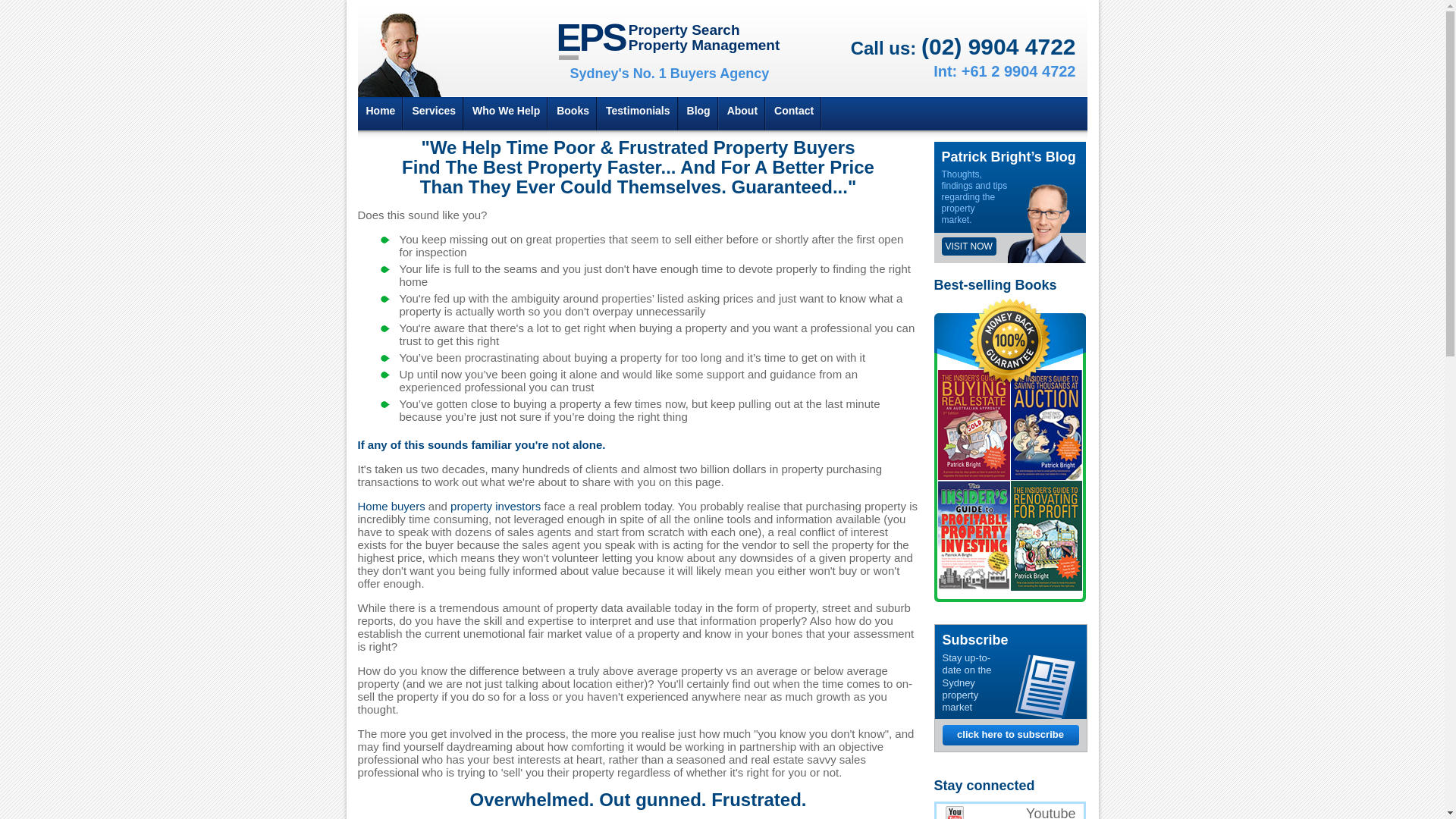  I want to click on 'Jump to Navigation', so click(721, 2).